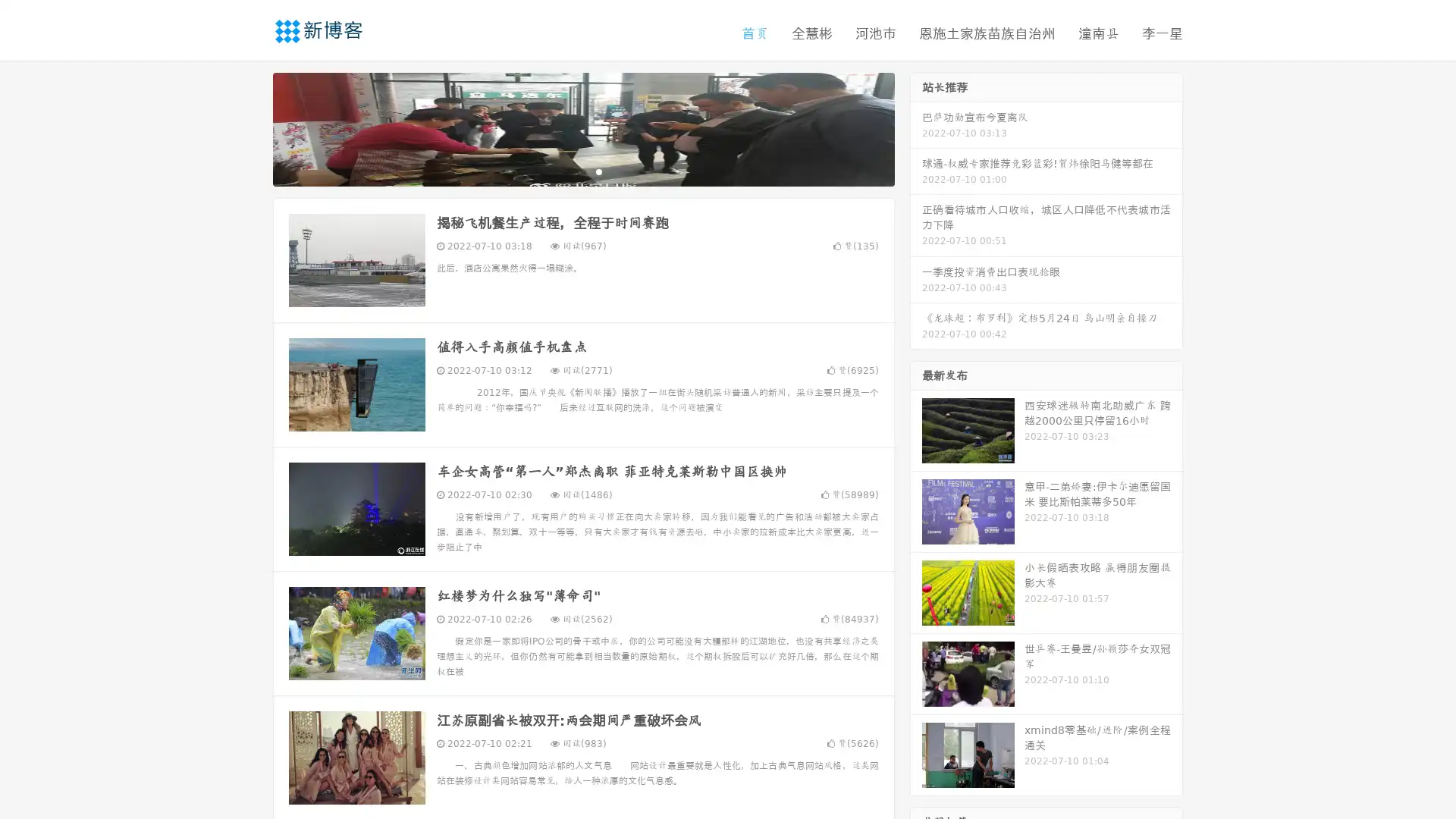 The height and width of the screenshot is (819, 1456). Describe the element at coordinates (250, 127) in the screenshot. I see `Previous slide` at that location.